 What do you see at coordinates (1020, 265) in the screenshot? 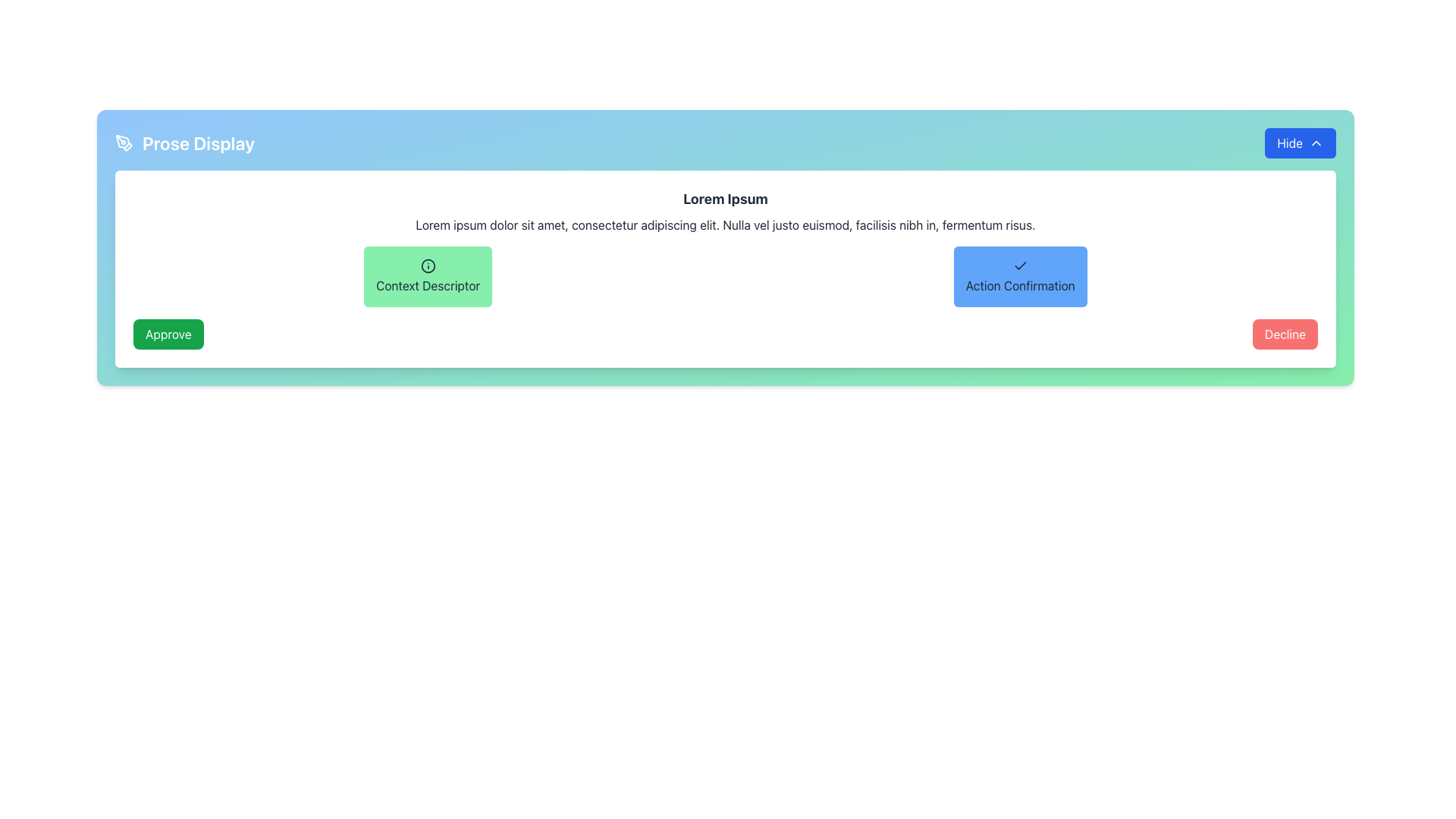
I see `the checkmark icon within the 'Action Confirmation' button, which visually represents confirmation or acceptance` at bounding box center [1020, 265].